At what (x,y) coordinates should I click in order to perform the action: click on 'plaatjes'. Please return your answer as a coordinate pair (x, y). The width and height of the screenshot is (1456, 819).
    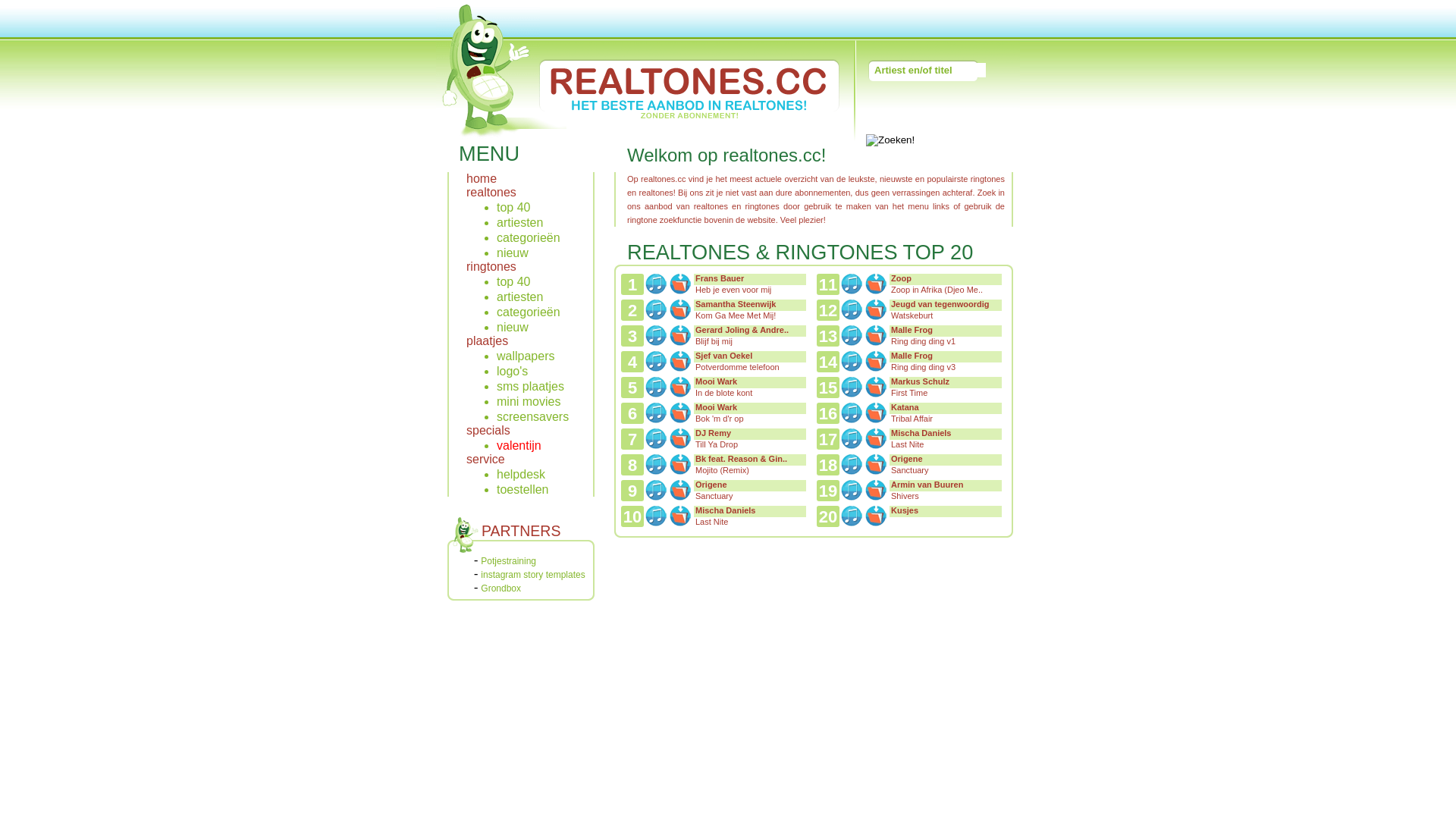
    Looking at the image, I should click on (487, 340).